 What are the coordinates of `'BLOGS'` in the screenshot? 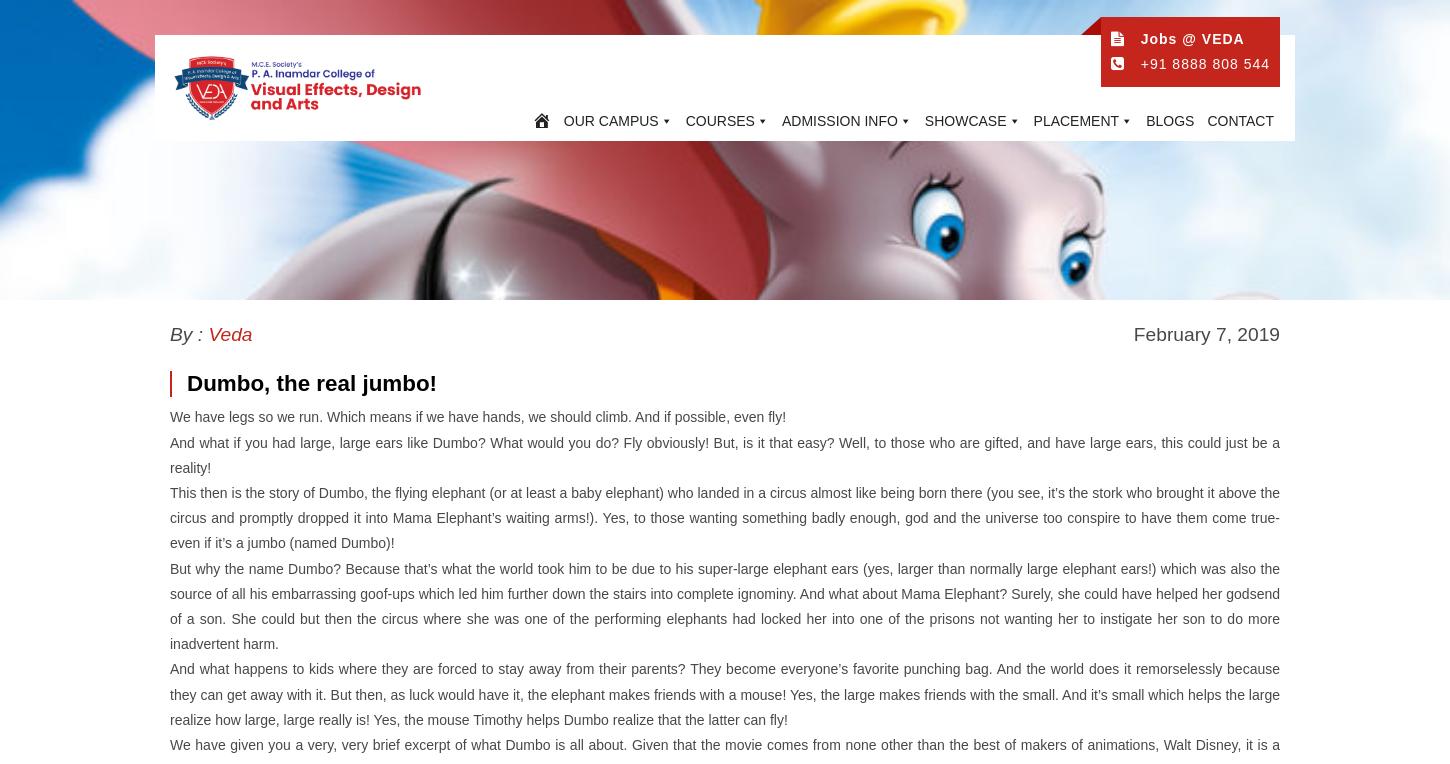 It's located at (1144, 120).